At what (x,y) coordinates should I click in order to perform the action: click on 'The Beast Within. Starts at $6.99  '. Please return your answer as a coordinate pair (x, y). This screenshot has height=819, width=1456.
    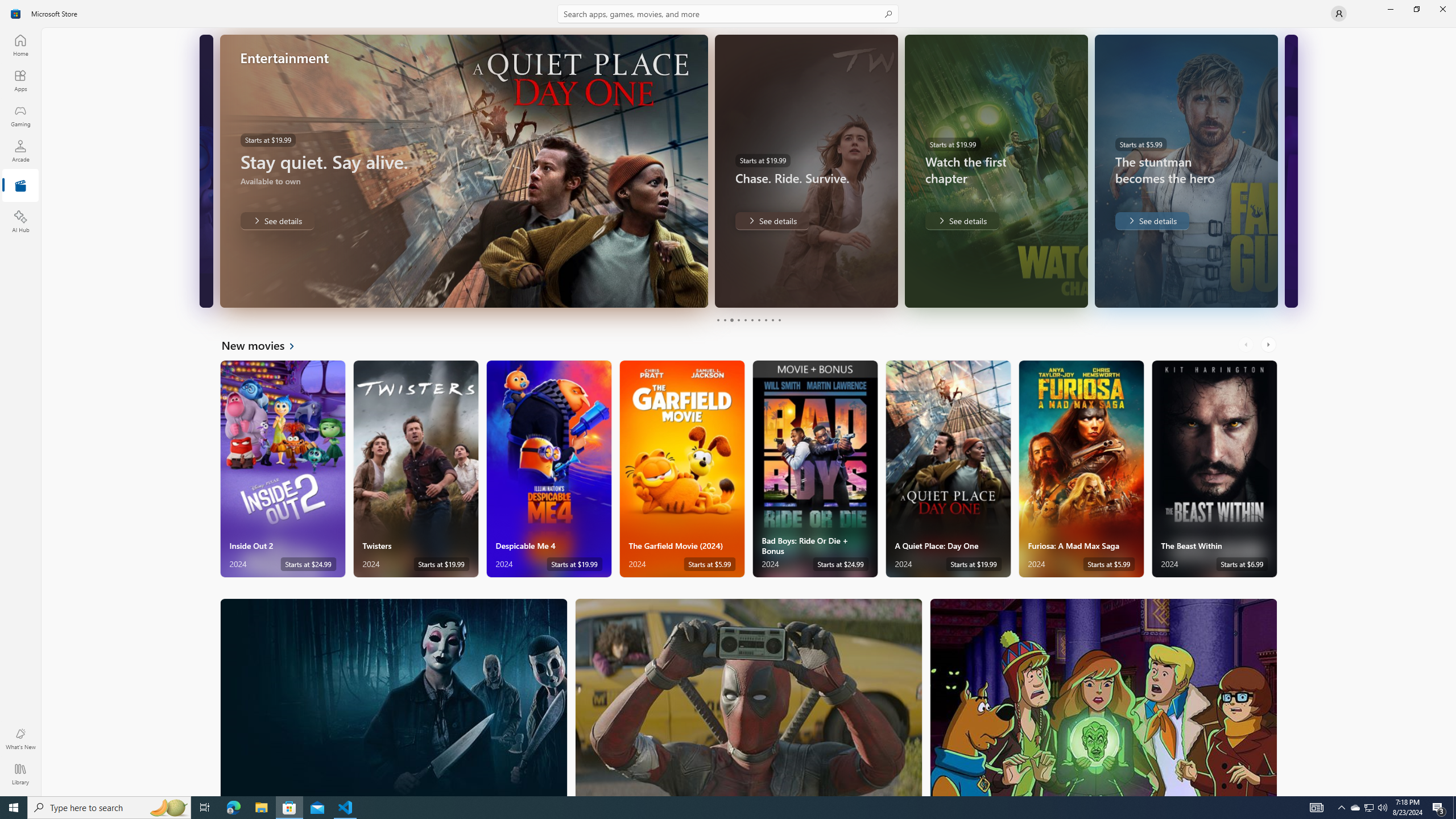
    Looking at the image, I should click on (1214, 469).